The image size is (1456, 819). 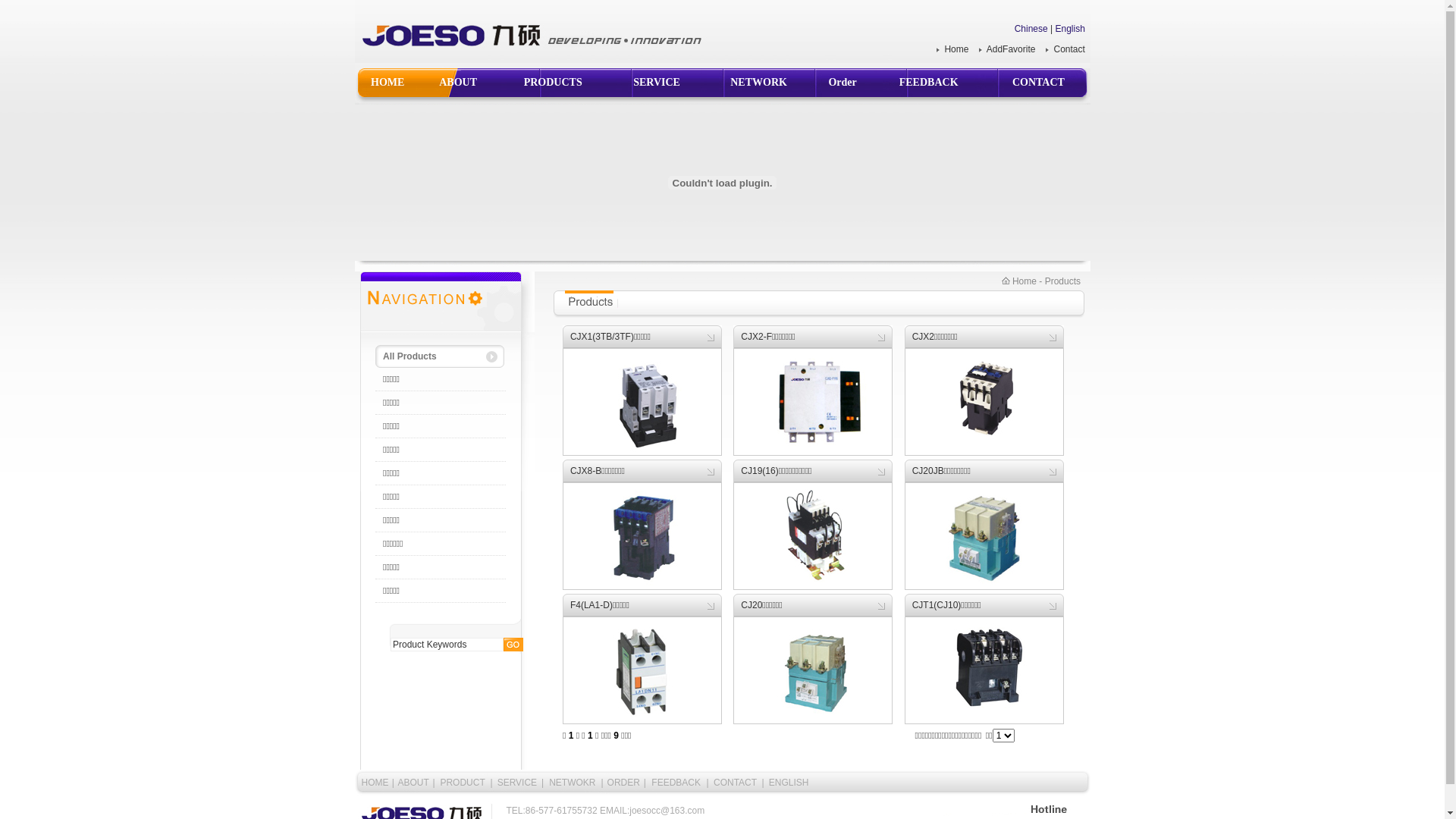 I want to click on 'English', so click(x=1068, y=29).